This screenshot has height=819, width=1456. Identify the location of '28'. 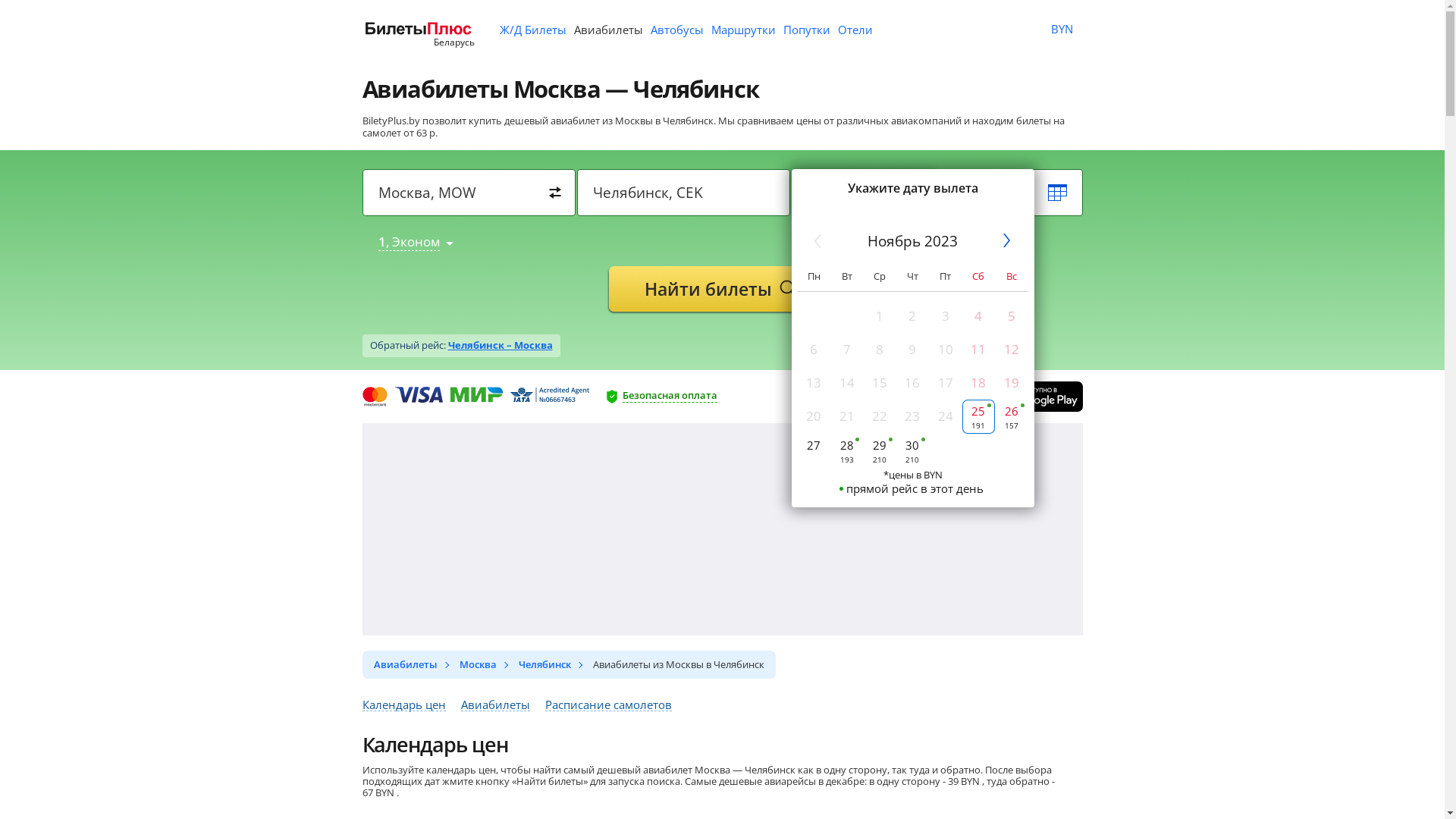
(846, 450).